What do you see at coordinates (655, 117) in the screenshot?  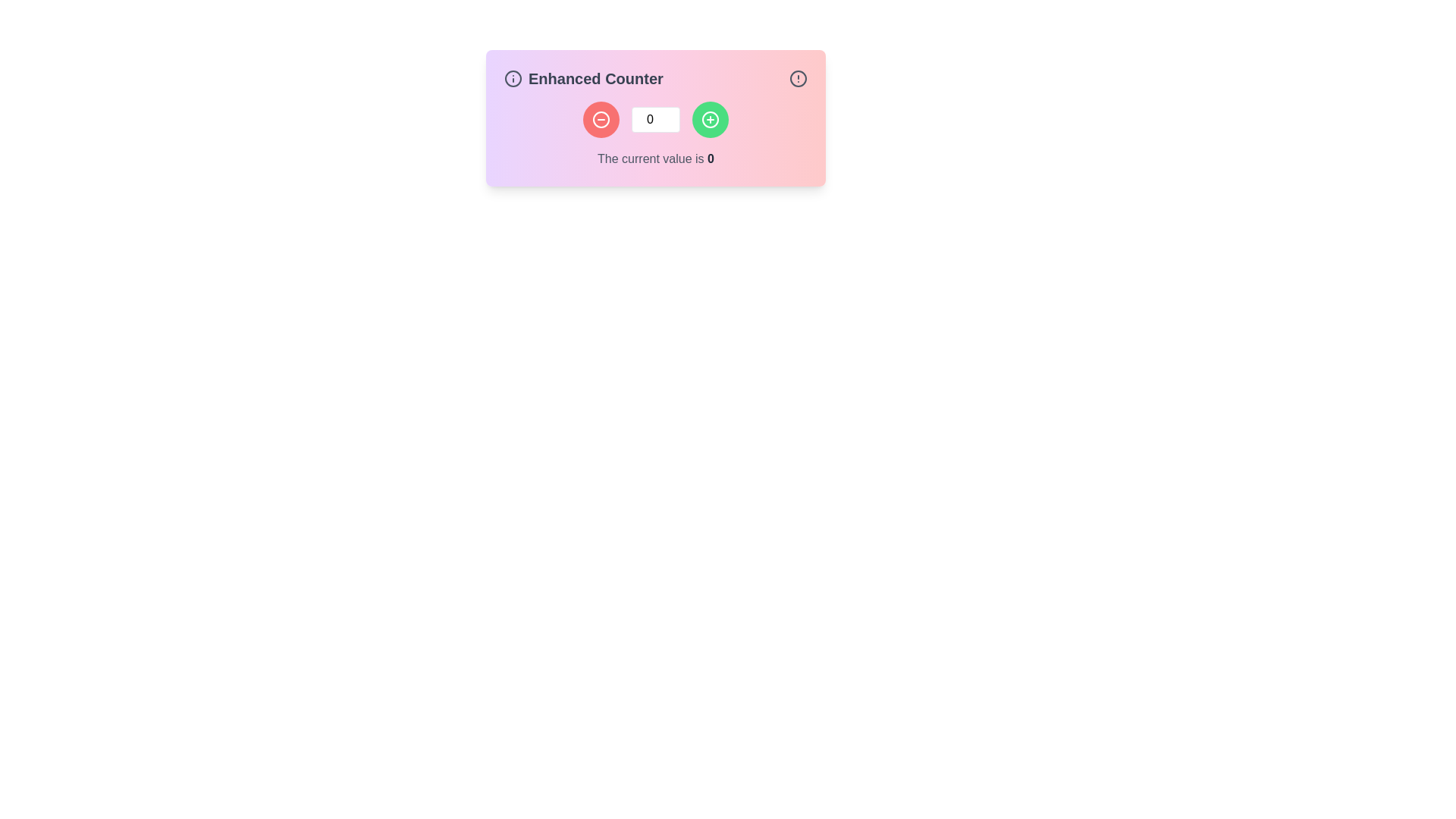 I see `the input field of the 'Enhanced Counter' component for keyboard input` at bounding box center [655, 117].